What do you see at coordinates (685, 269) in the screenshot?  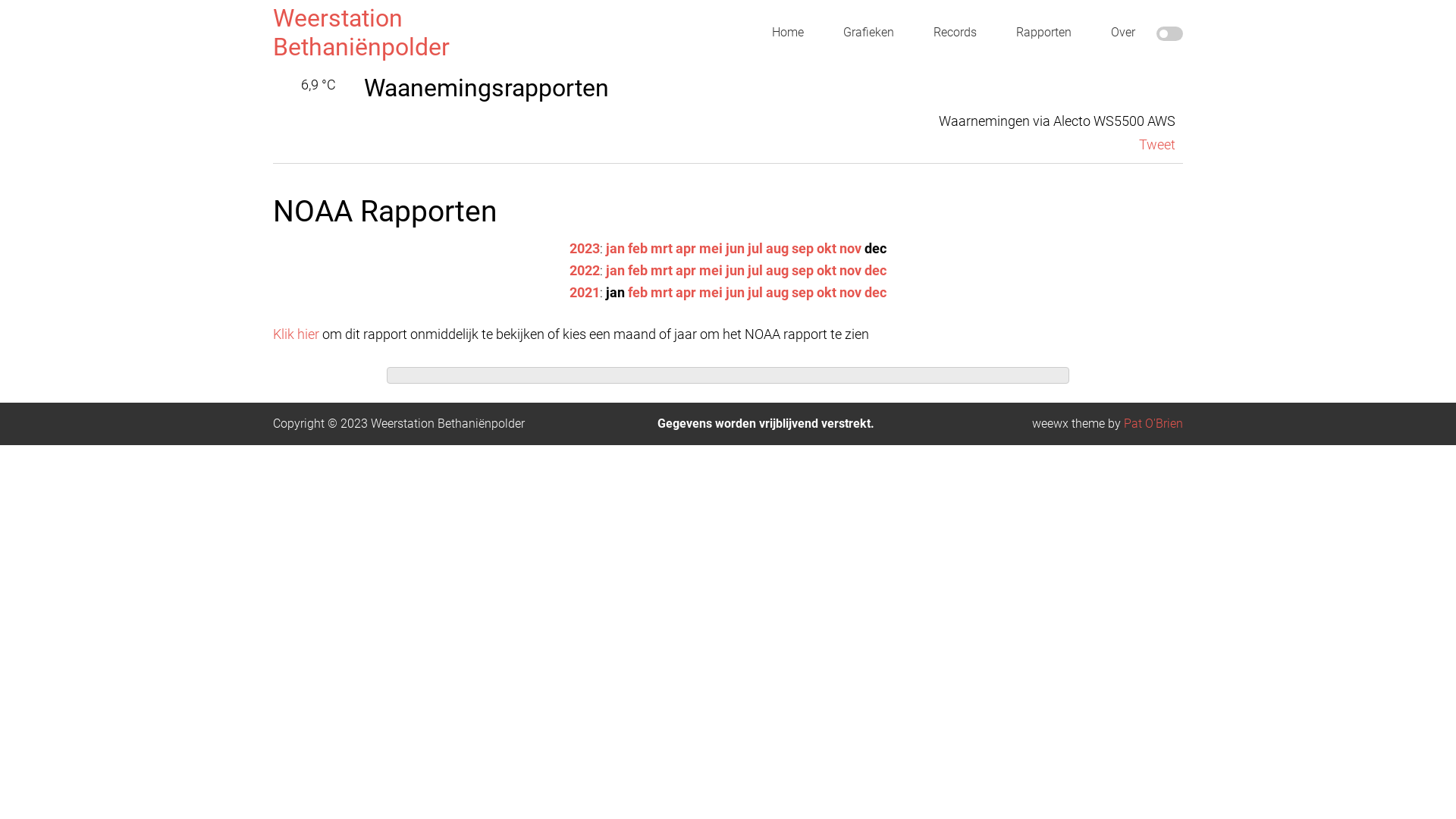 I see `'apr'` at bounding box center [685, 269].